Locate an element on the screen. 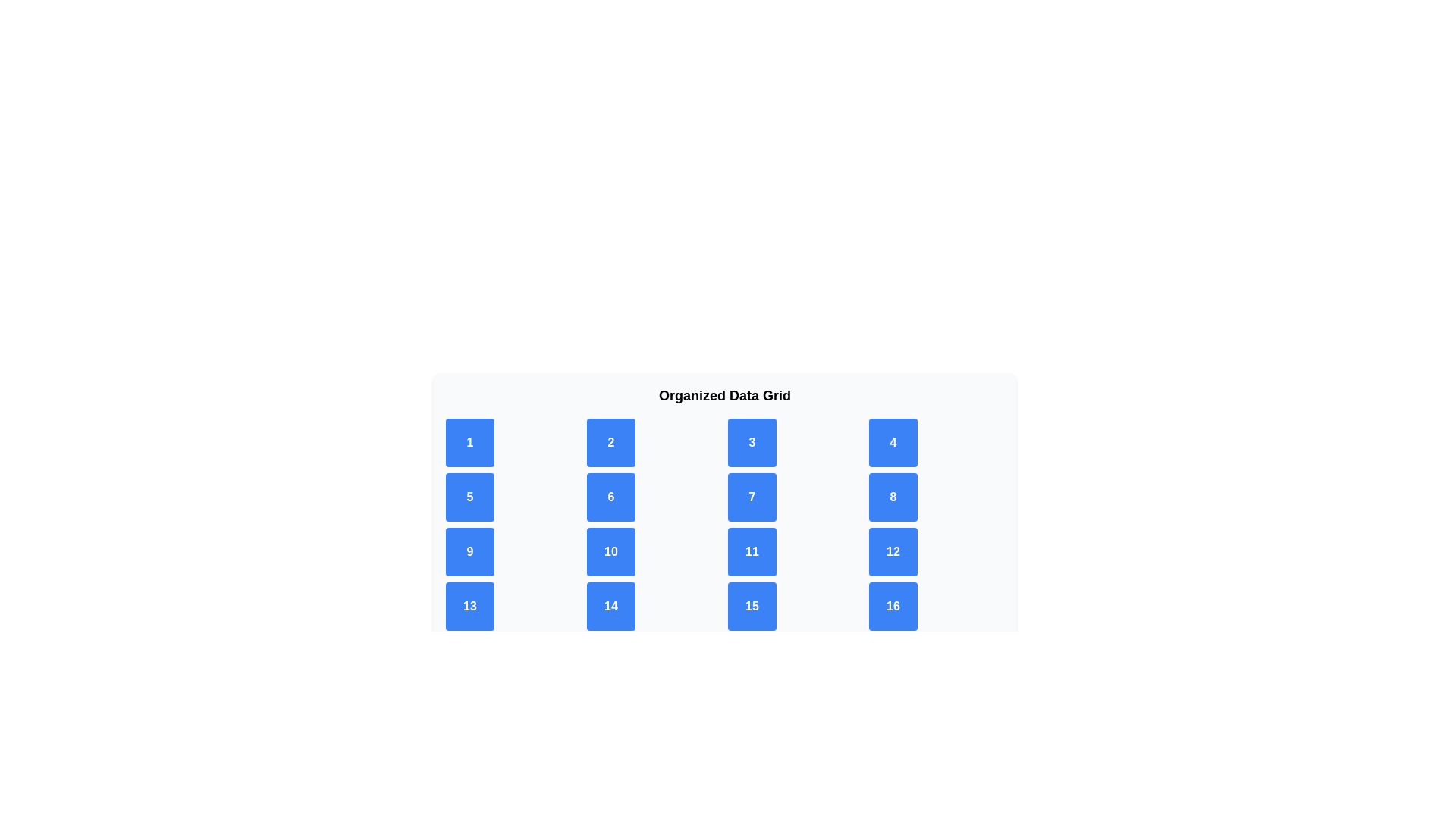  the blue square button displaying '3' with rounded corners and shadow effect, located in the first row, third position of the grid layout is located at coordinates (752, 442).